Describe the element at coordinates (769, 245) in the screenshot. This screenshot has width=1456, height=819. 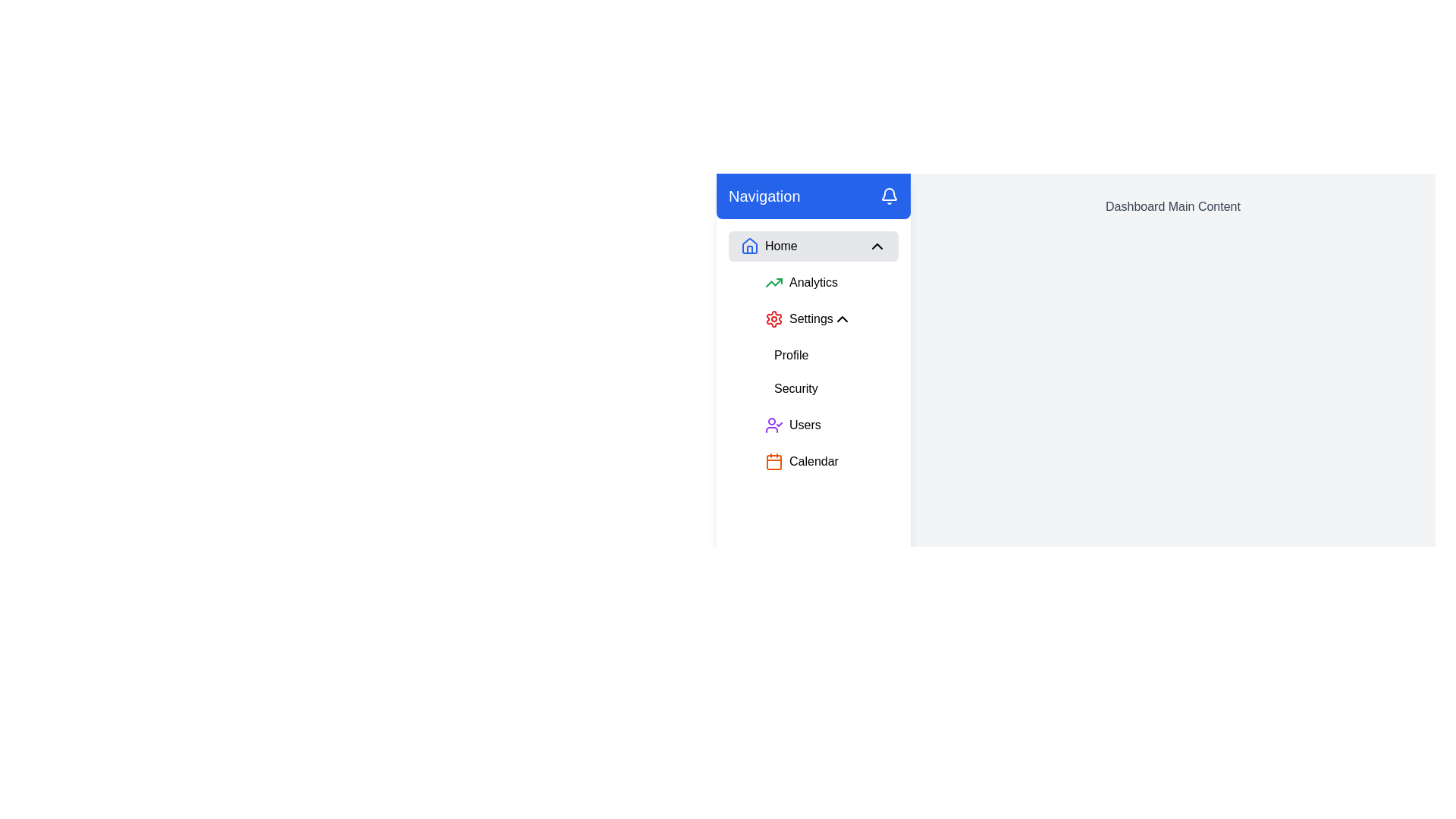
I see `the 'Home' navigation menu item, which features a blue house-shaped icon and the text 'Home', to trigger a tooltip or highlight effect` at that location.